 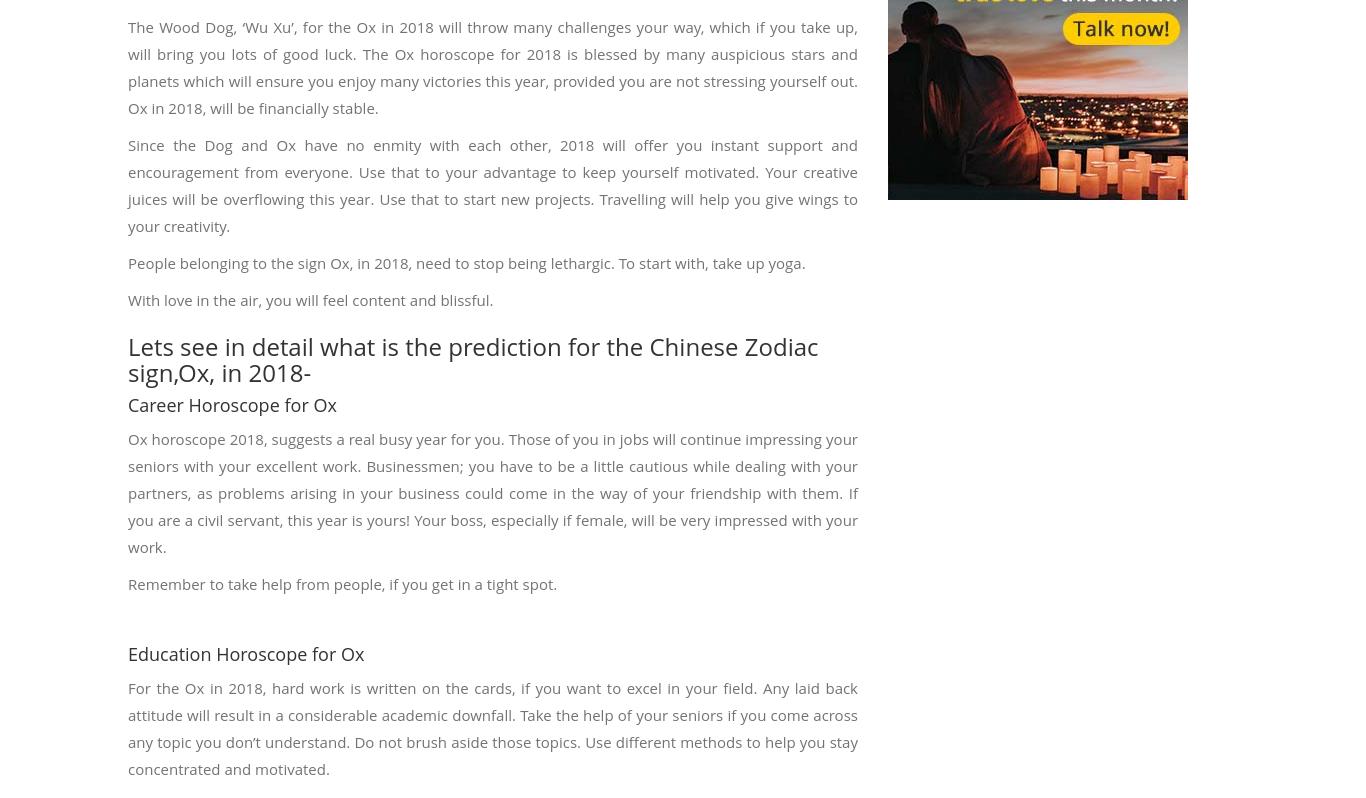 I want to click on 'With love in the air, you will feel content and blissful.', so click(x=310, y=298).